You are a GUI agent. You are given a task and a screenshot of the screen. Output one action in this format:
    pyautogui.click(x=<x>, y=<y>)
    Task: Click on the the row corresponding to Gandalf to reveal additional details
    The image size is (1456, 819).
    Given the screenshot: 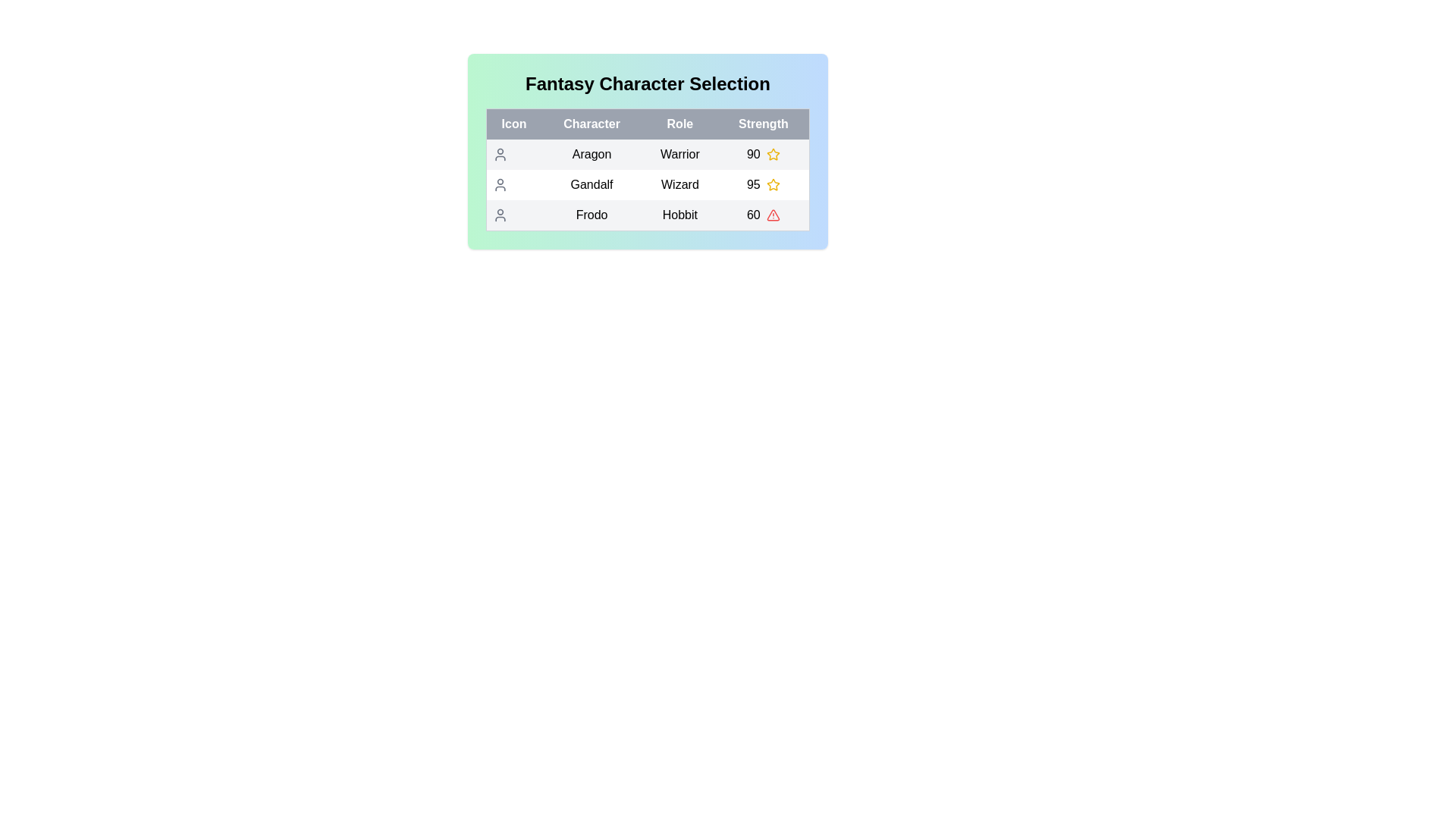 What is the action you would take?
    pyautogui.click(x=648, y=184)
    